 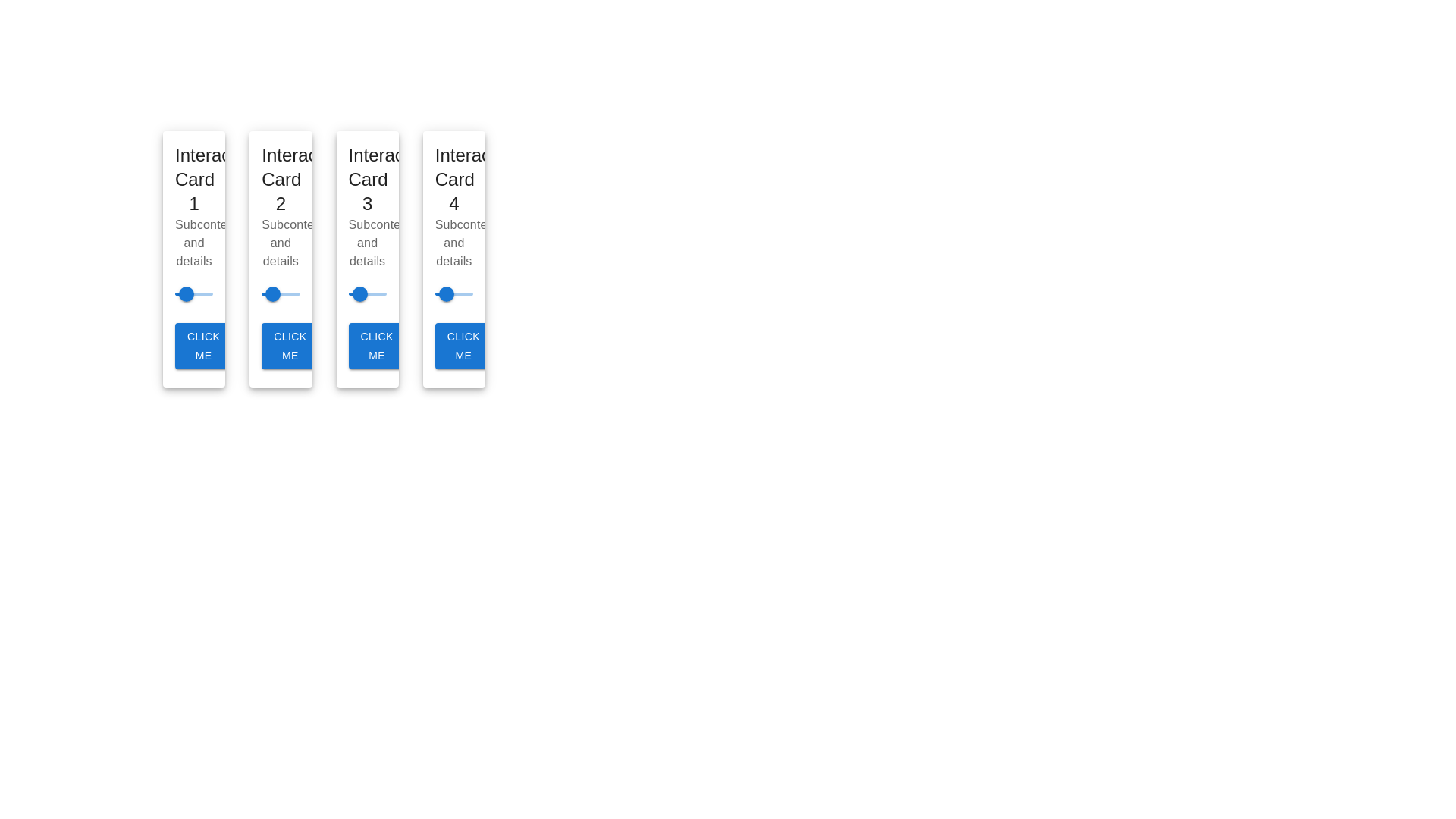 I want to click on the blue thumb of the slider located in the third card from the left, below the heading 'Interactive Card 3' and above the 'CLICK ME' button, so click(x=367, y=294).